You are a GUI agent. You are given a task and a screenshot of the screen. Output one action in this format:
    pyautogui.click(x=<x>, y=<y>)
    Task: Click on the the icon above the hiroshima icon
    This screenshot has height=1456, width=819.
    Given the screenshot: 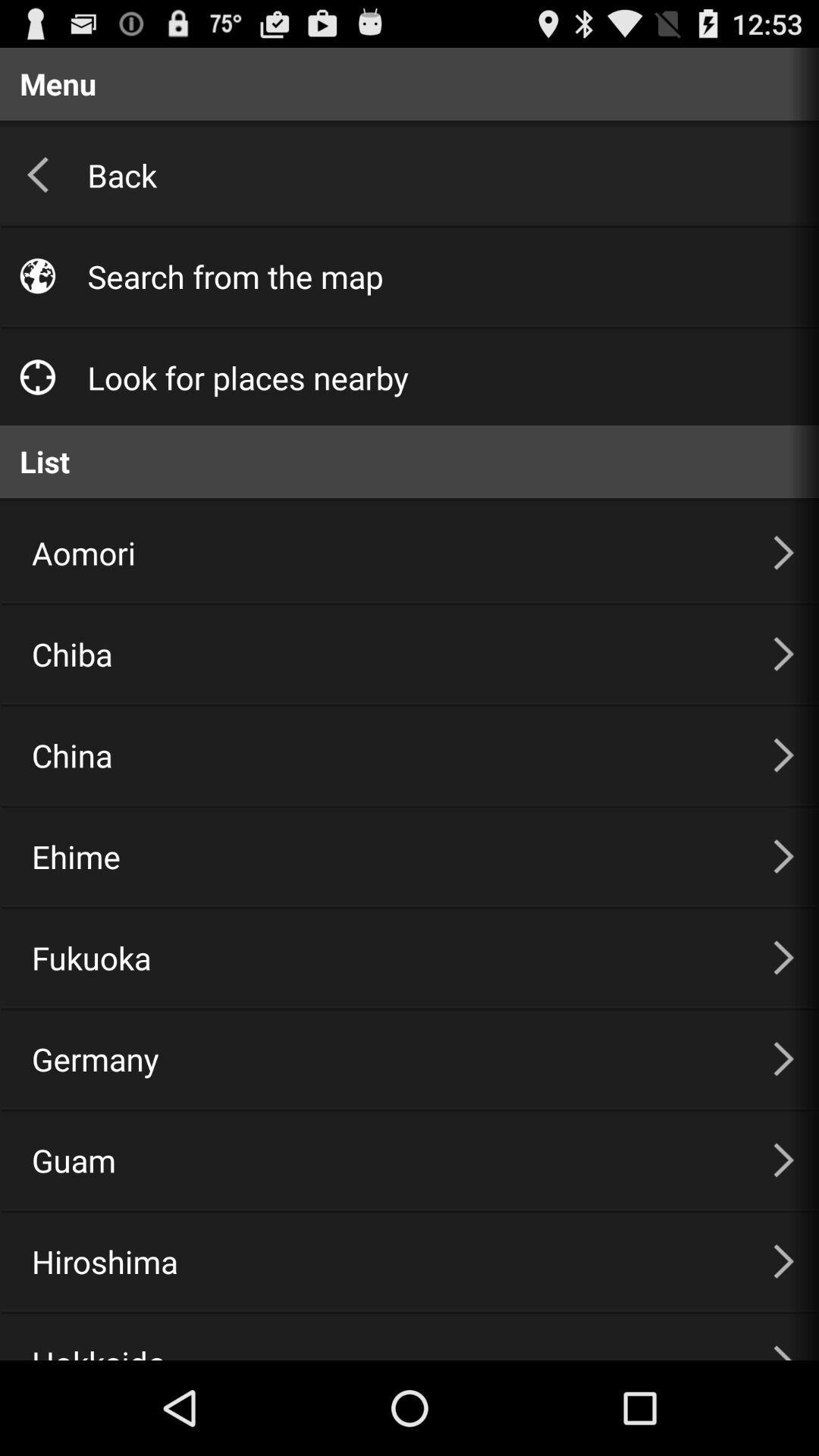 What is the action you would take?
    pyautogui.click(x=383, y=1159)
    